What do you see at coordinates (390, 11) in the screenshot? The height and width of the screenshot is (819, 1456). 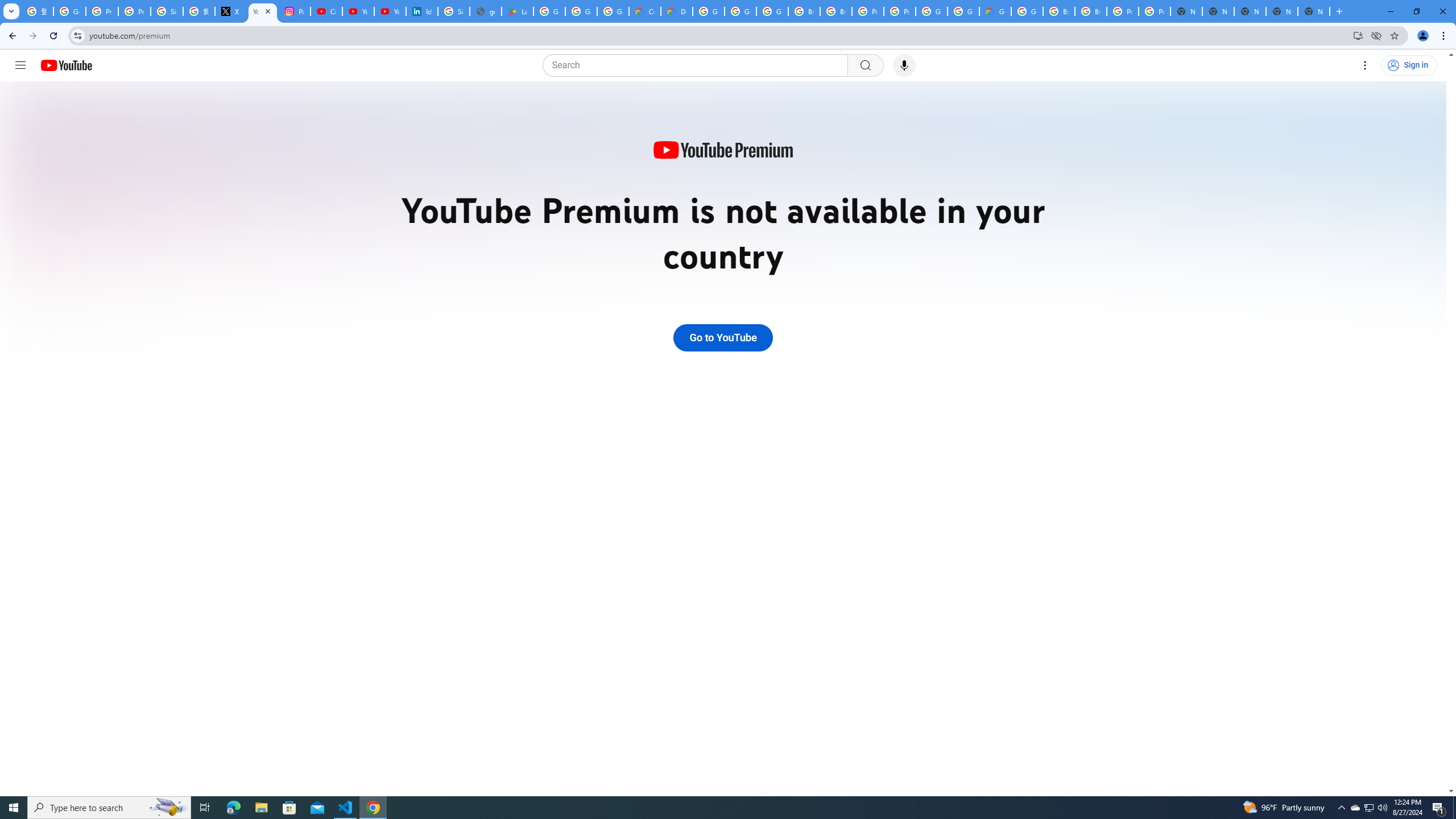 I see `'YouTube Culture & Trends - YouTube Top 10, 2021'` at bounding box center [390, 11].